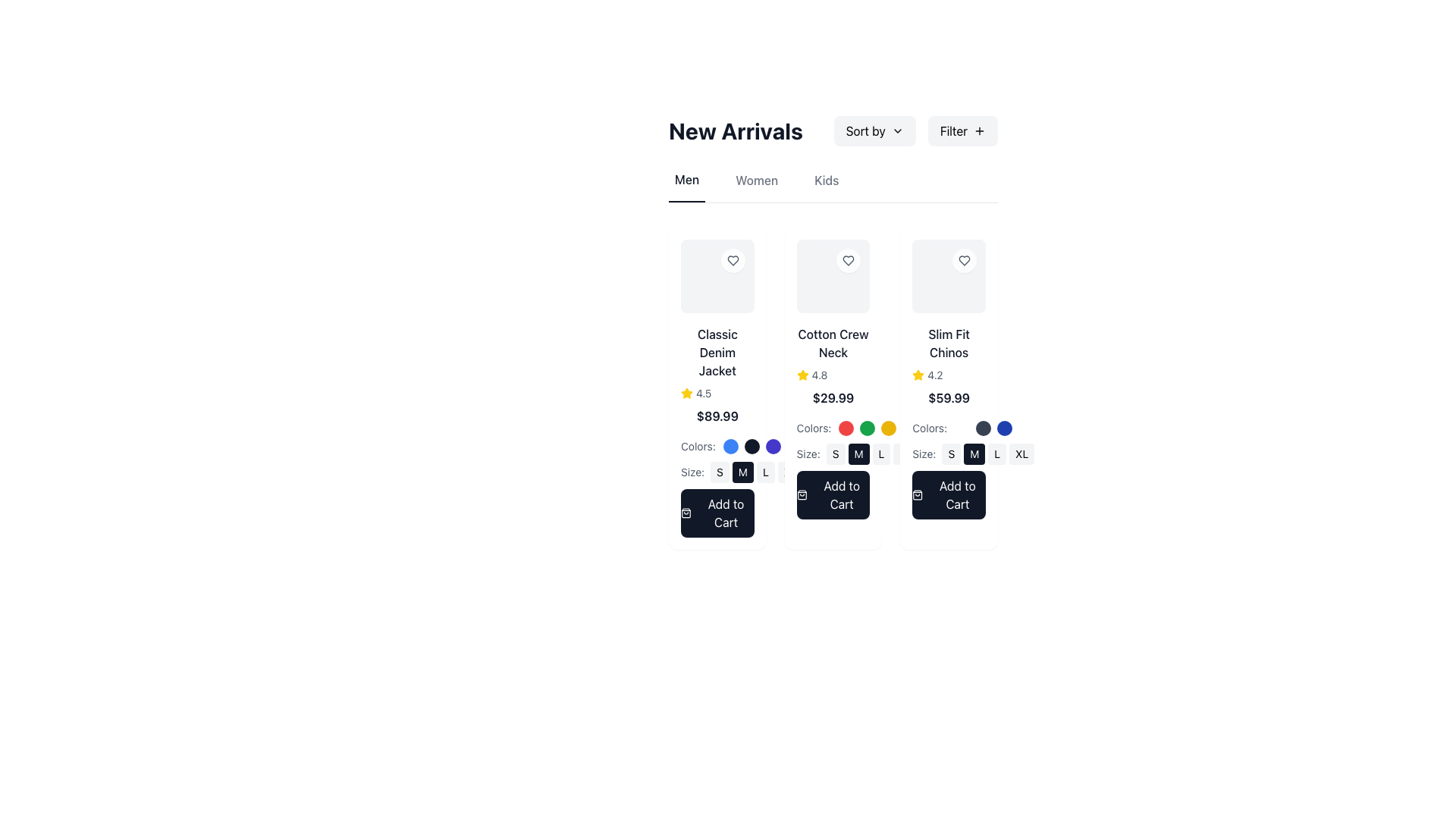 The height and width of the screenshot is (819, 1456). I want to click on the color indicator circle located under the 'Cotton Crew Neck' product card in the 'New Arrivals' section, so click(868, 428).